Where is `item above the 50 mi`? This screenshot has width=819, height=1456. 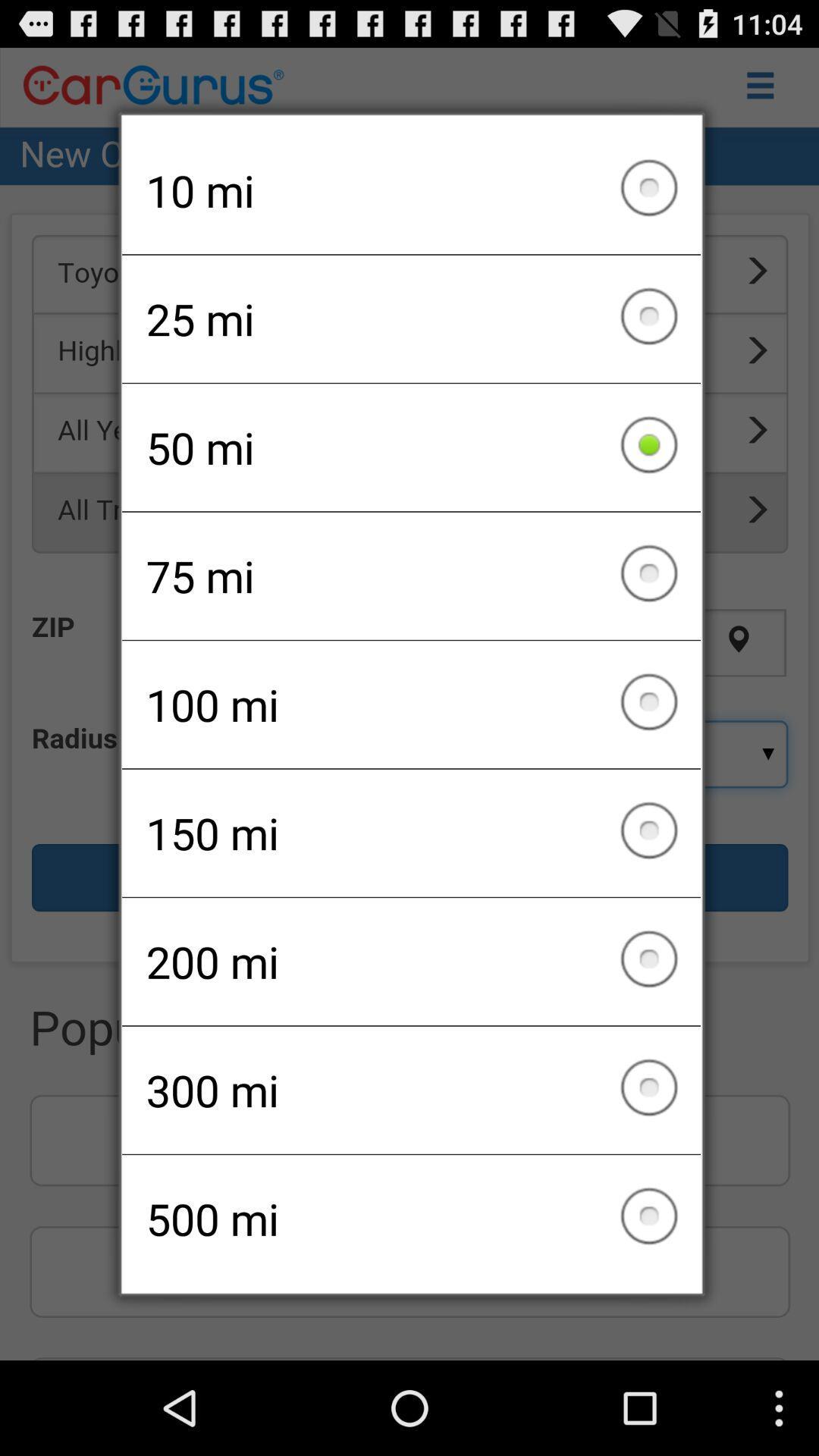 item above the 50 mi is located at coordinates (411, 318).